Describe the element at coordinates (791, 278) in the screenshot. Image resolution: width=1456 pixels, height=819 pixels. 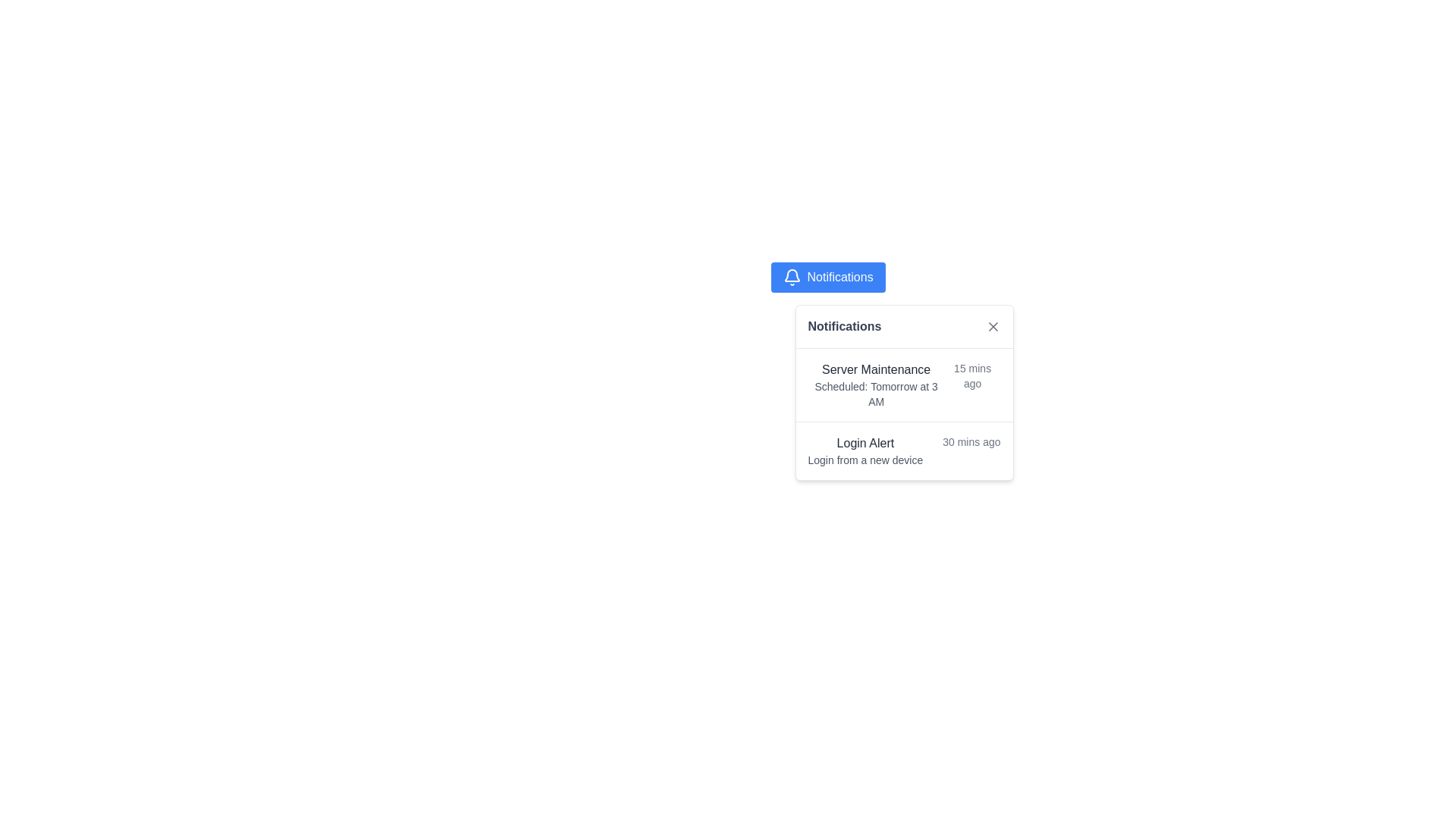
I see `keyboard navigation` at that location.